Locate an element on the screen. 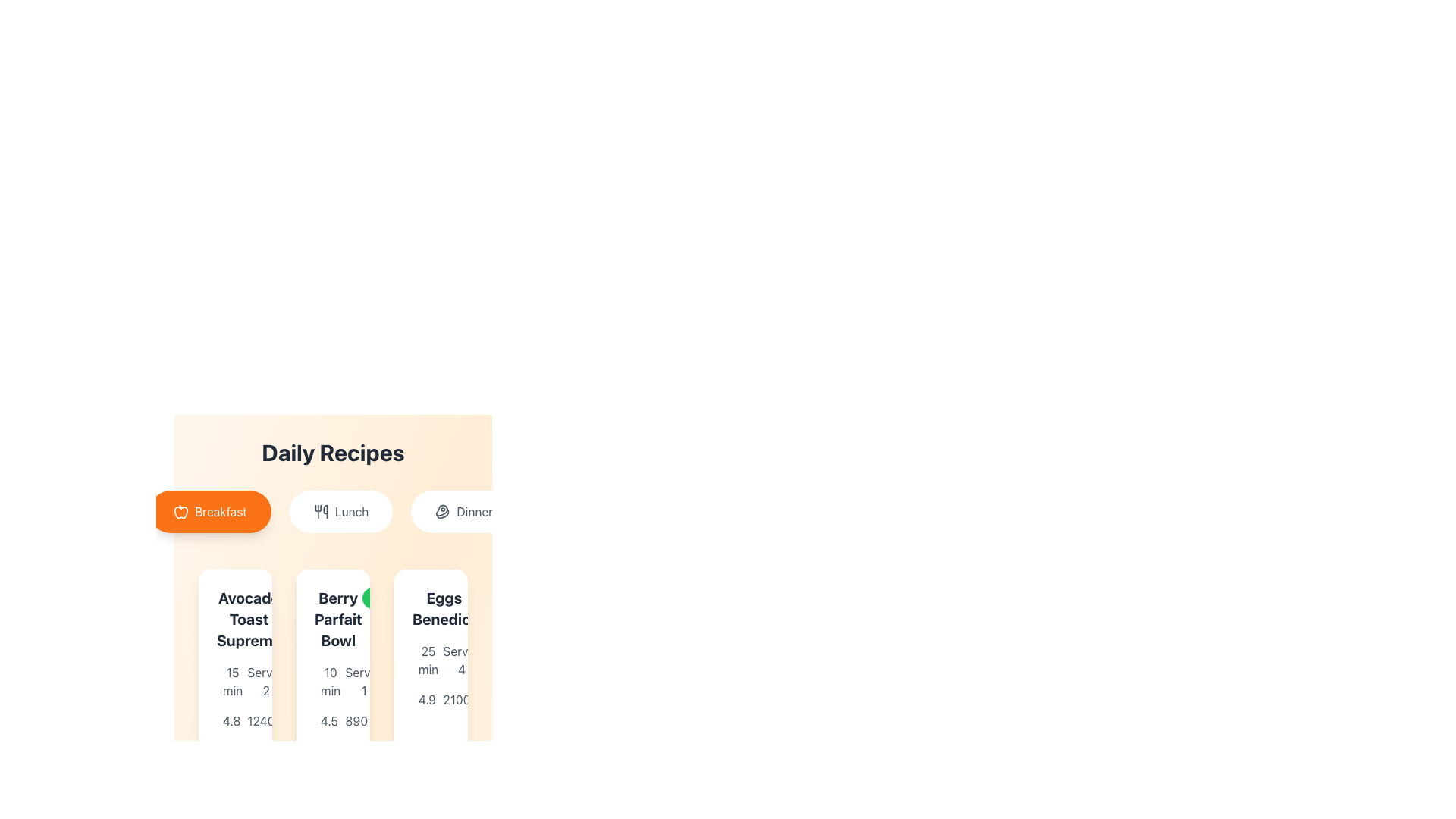 This screenshot has width=1456, height=819. the static text with icon that indicates the preparation or cooking time for the 'Berry Parfait Bowl' recipe, located in the middle column of the recipe cards, under the heading and above the rating information is located at coordinates (332, 696).